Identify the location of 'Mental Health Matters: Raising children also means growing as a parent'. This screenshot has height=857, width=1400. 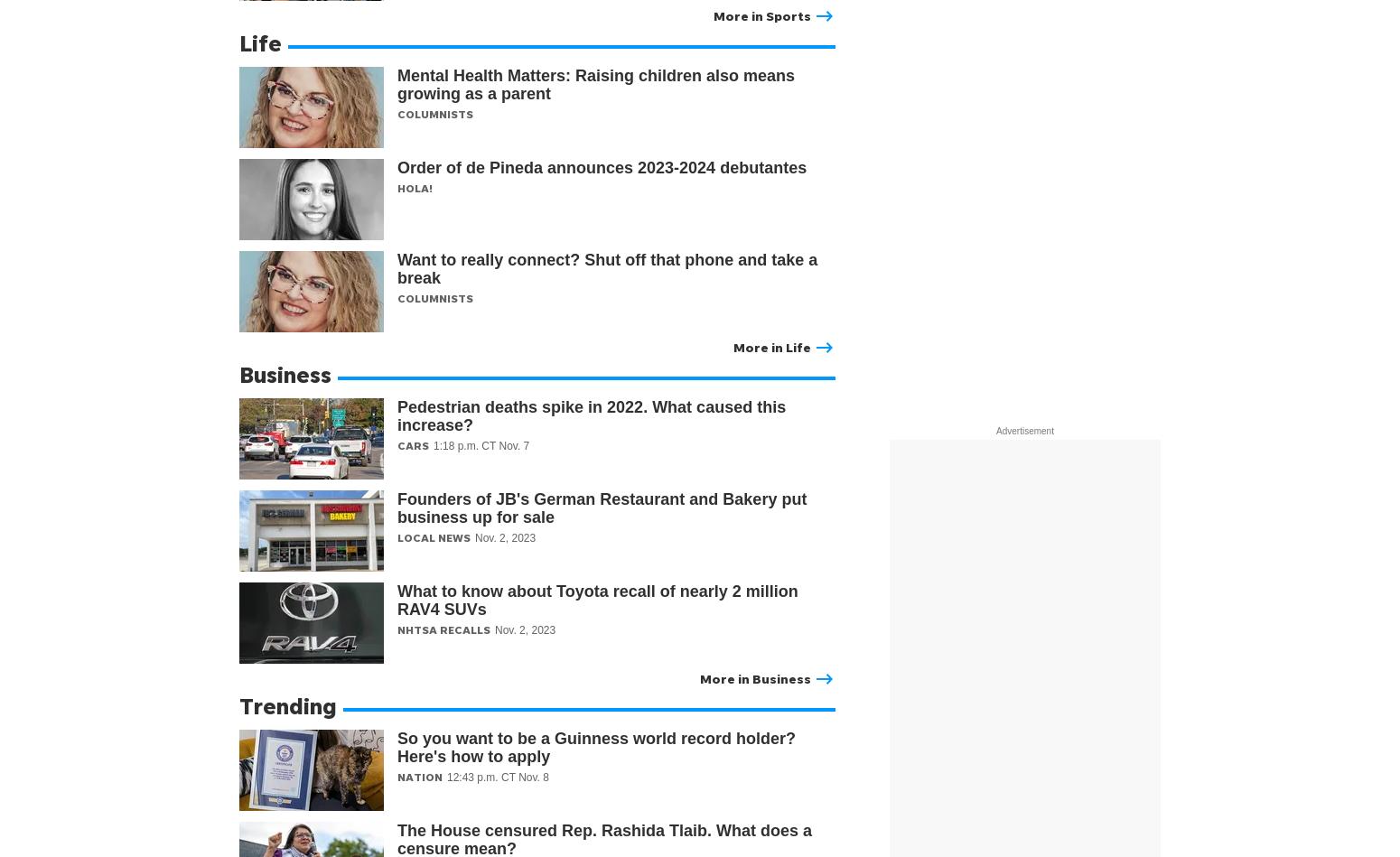
(594, 85).